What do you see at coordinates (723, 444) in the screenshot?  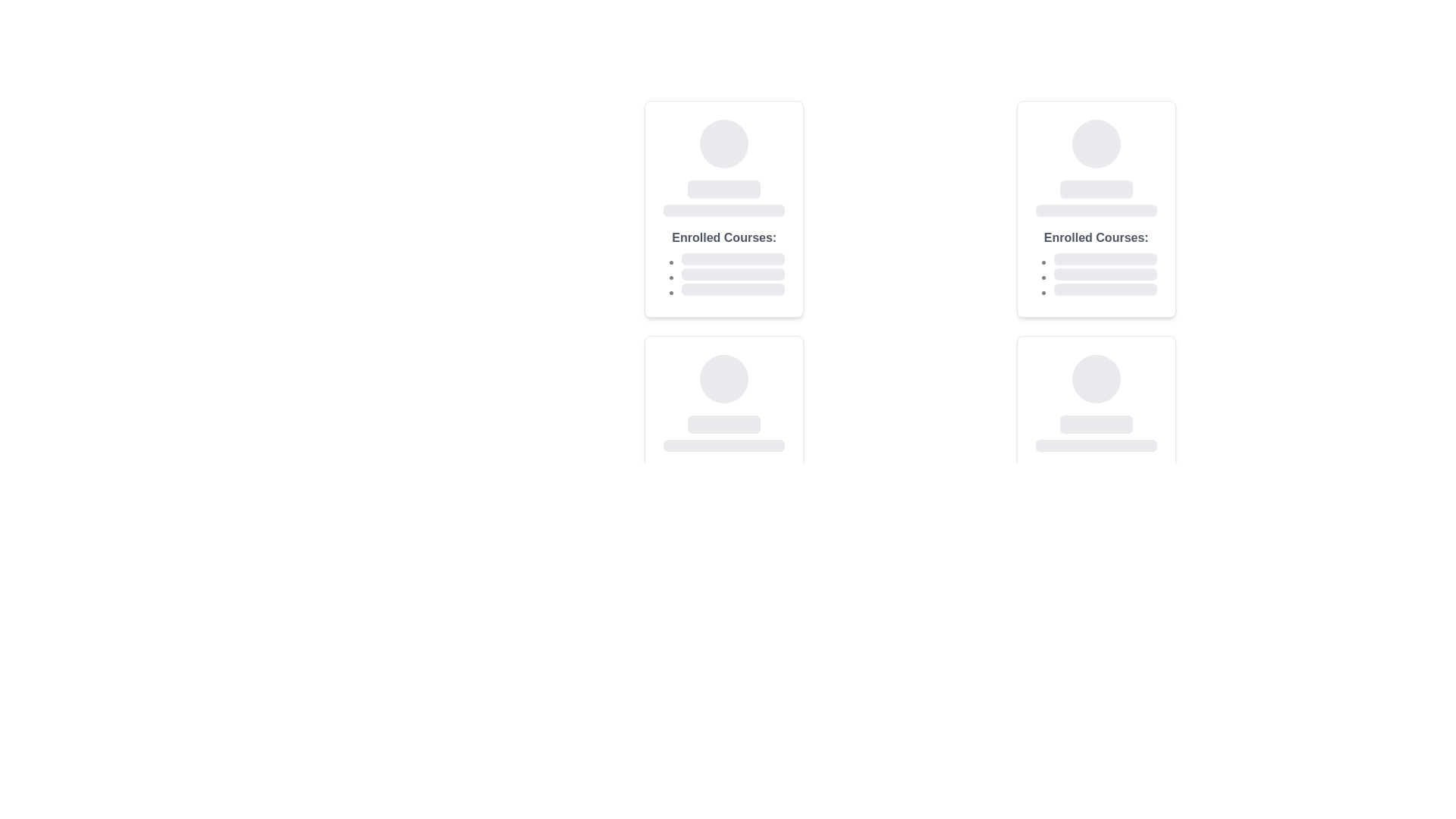 I see `the Placeholder UI element, which is a light gray, horizontally rectangular bar with rounded corners, located` at bounding box center [723, 444].